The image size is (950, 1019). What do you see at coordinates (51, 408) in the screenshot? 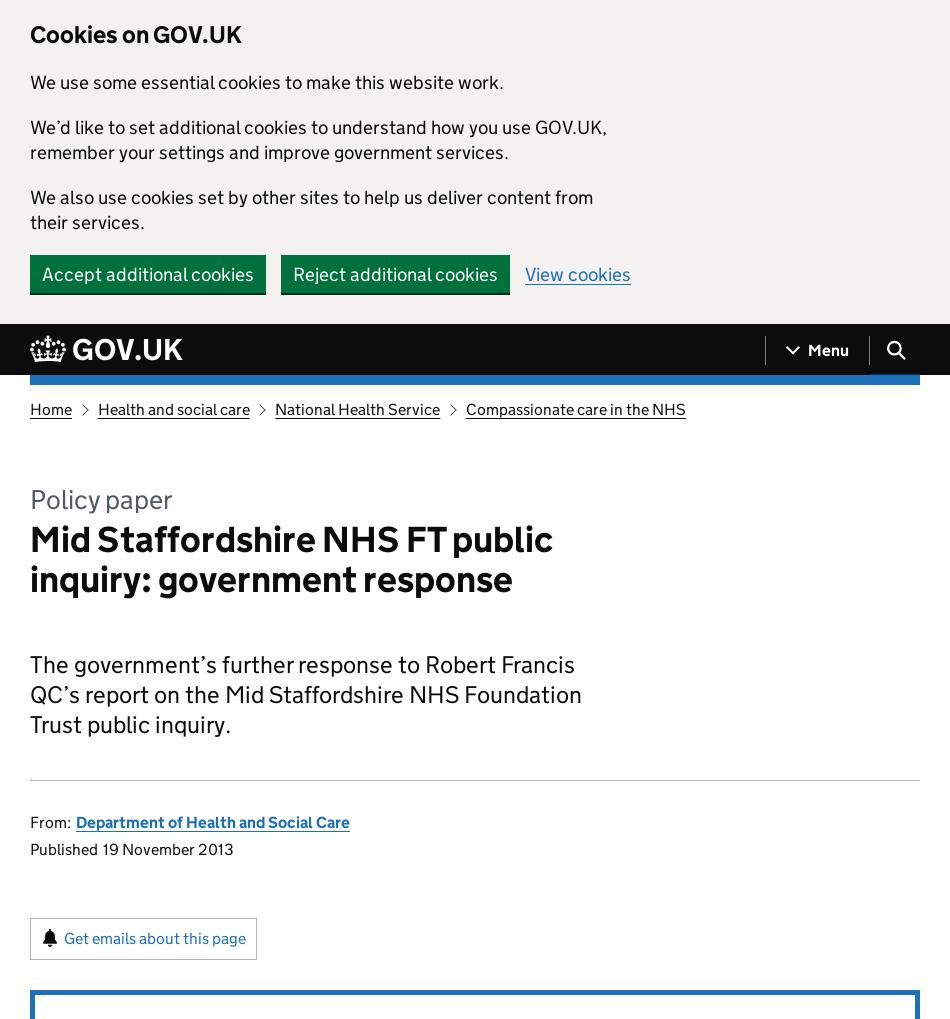
I see `'Home'` at bounding box center [51, 408].